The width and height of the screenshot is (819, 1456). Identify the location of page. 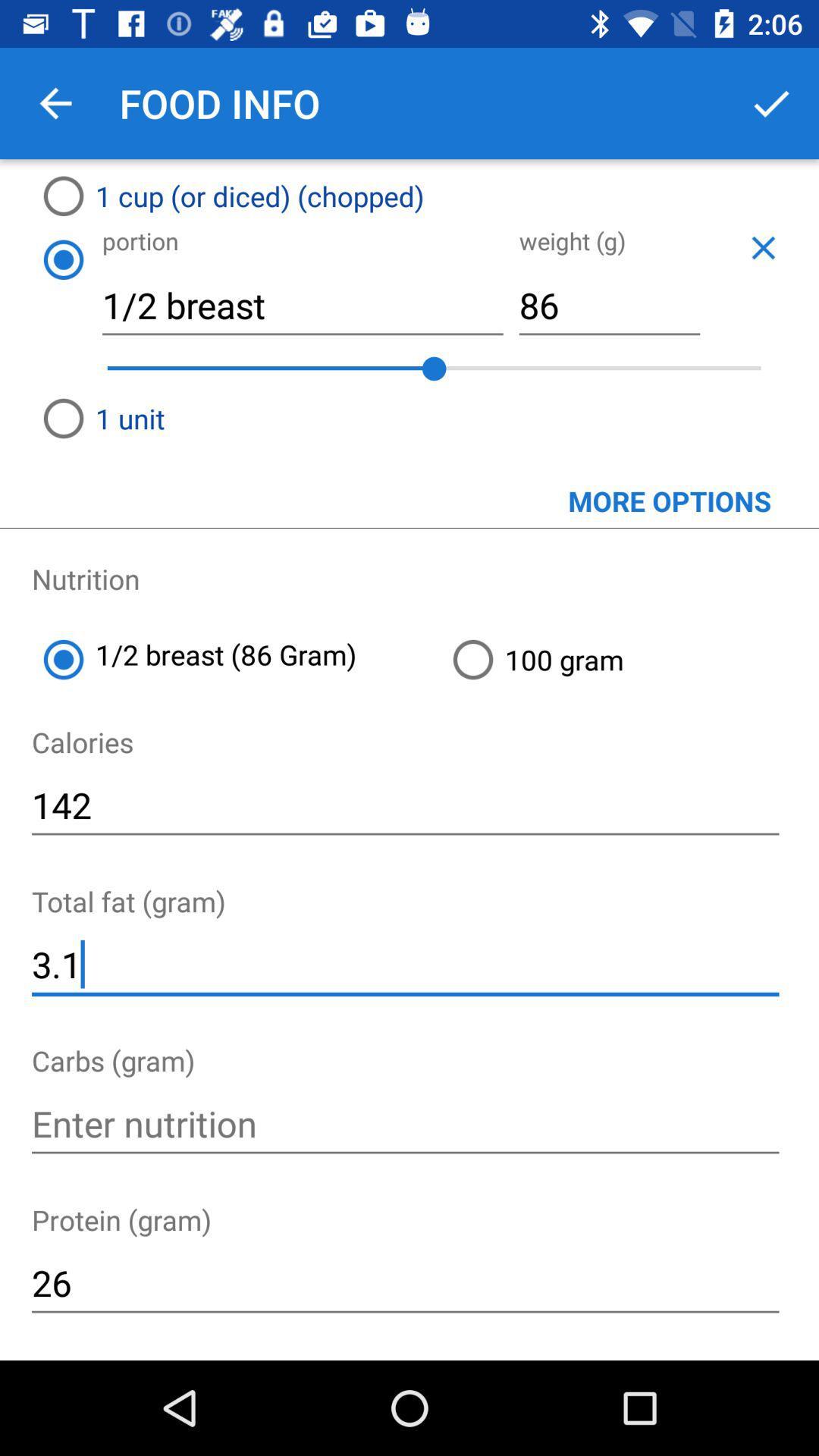
(763, 247).